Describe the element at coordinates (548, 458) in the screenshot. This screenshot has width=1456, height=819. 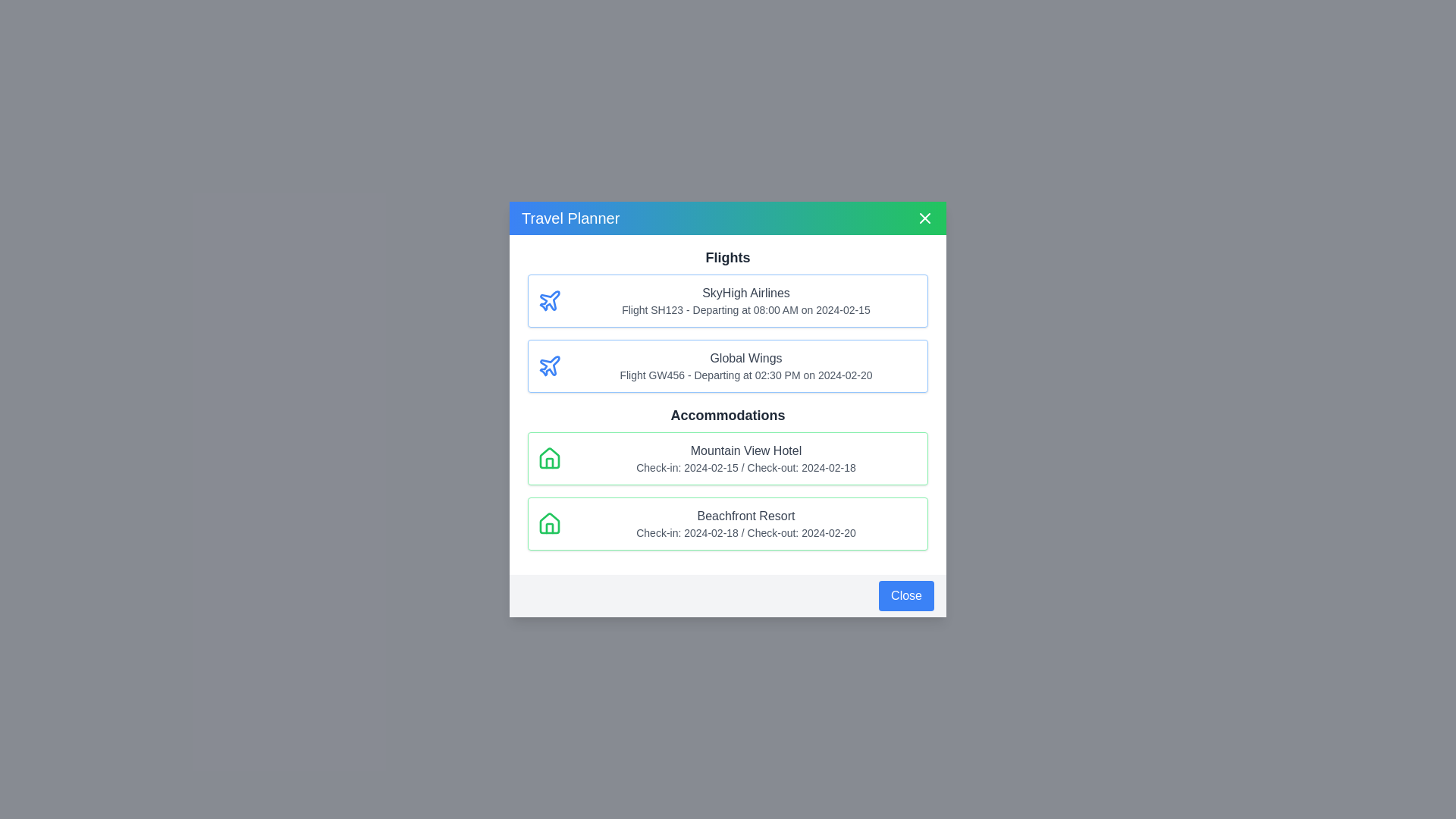
I see `the green house icon located to the left of the textual information about the Mountain View Hotel in the Accommodations section of the dialog box` at that location.